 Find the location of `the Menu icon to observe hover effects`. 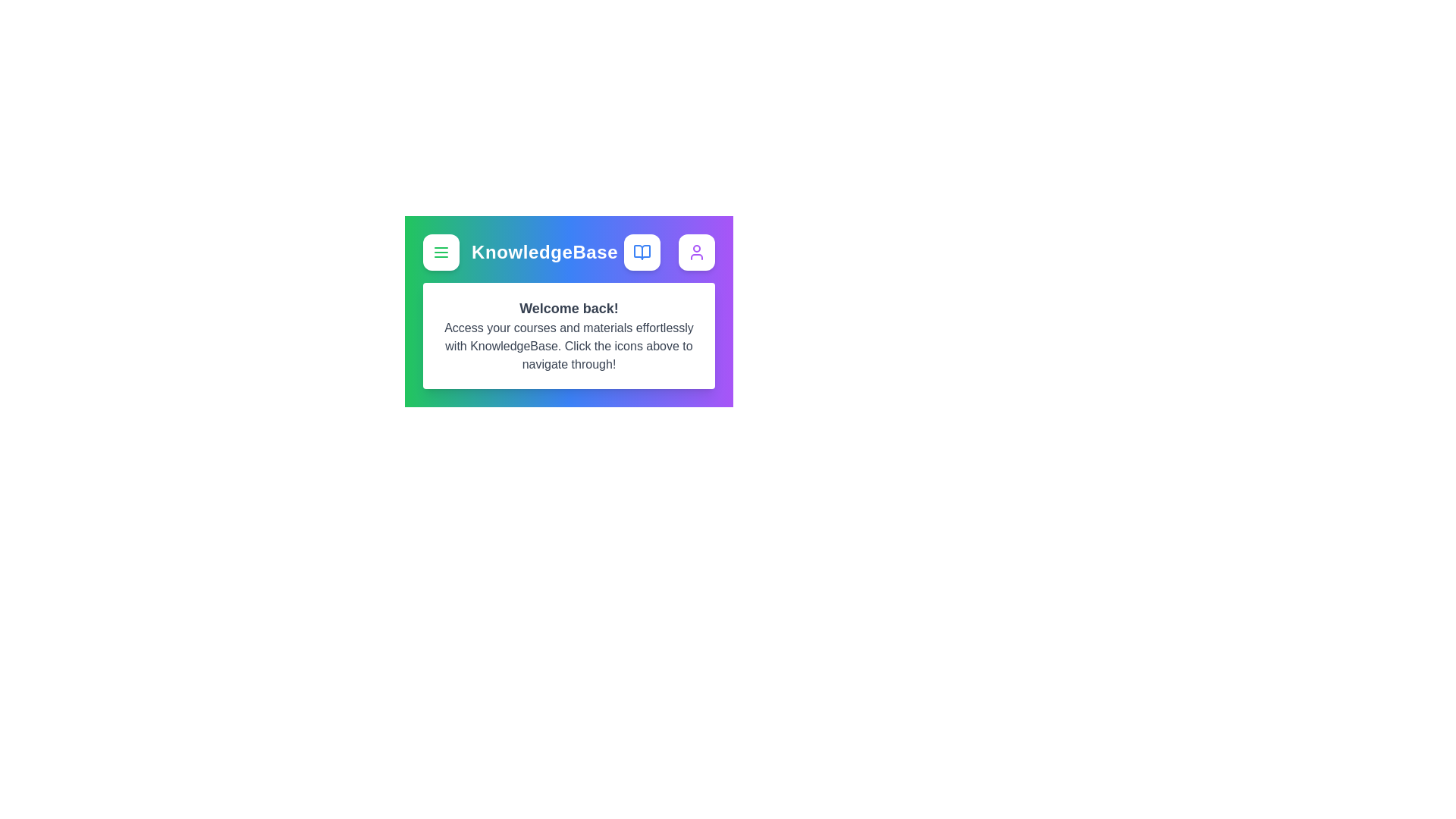

the Menu icon to observe hover effects is located at coordinates (440, 251).